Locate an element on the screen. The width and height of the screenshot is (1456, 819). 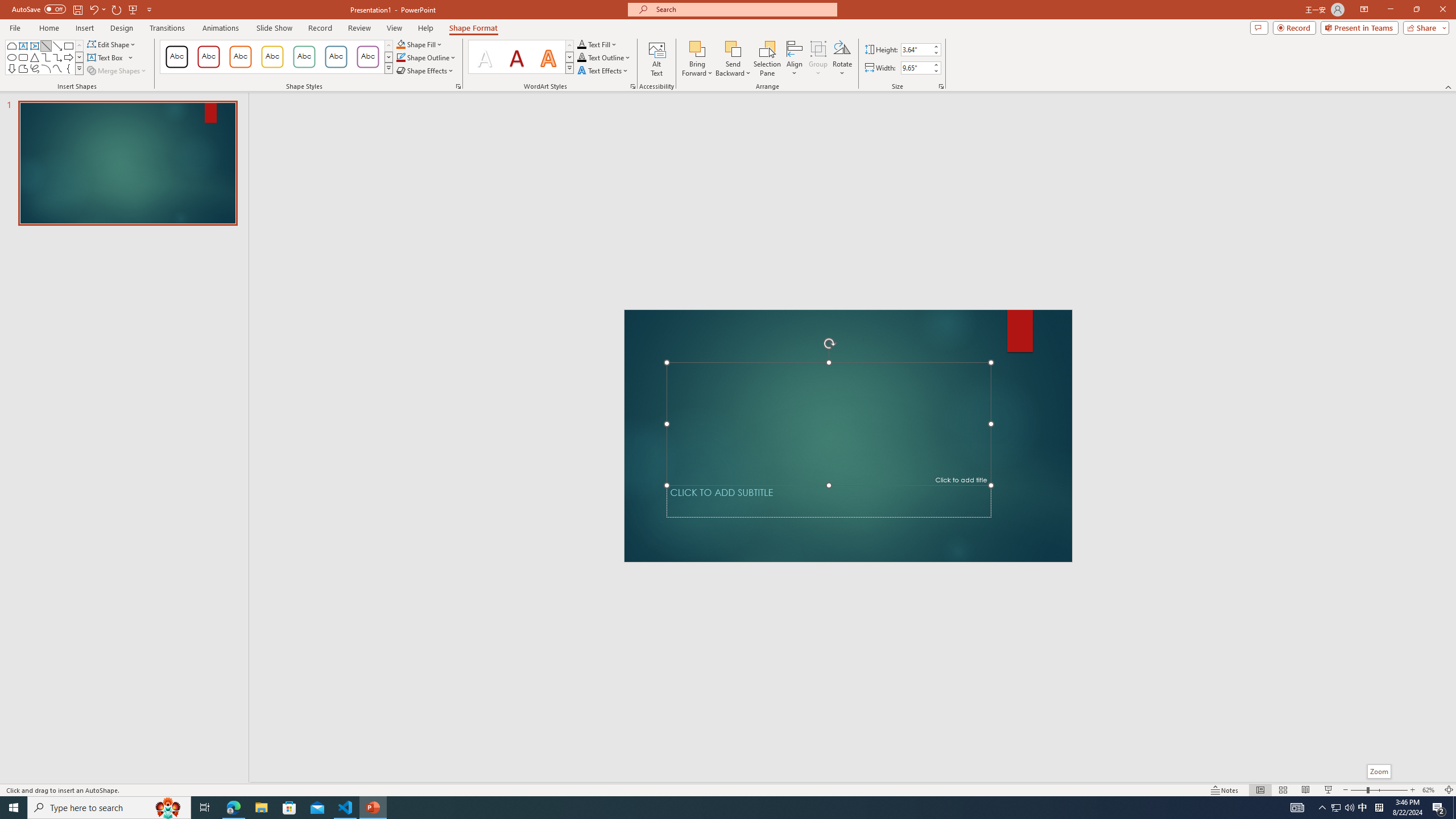
'Colored Outline - Orange, Accent 2' is located at coordinates (239, 56).